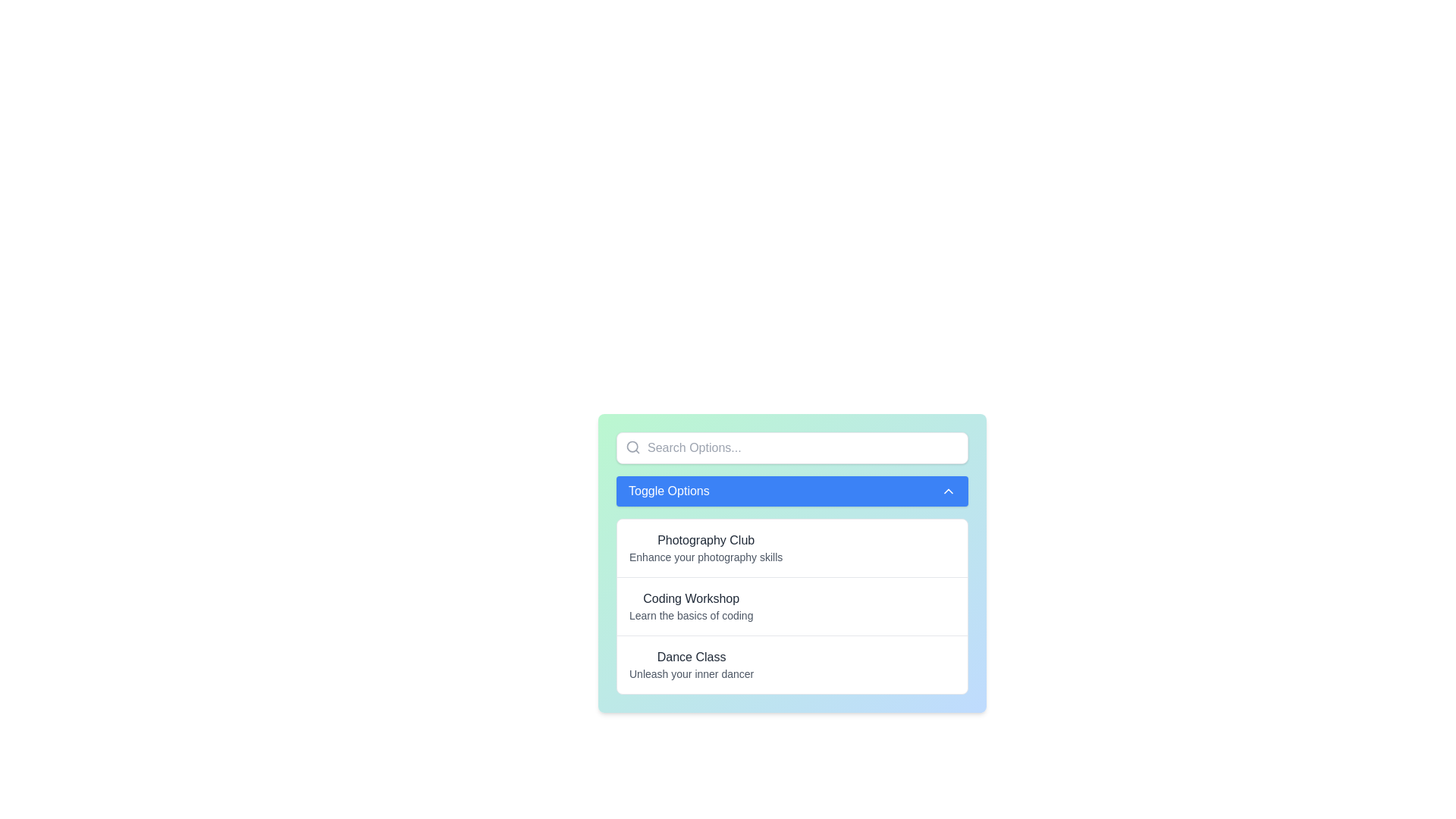 The width and height of the screenshot is (1456, 819). Describe the element at coordinates (792, 491) in the screenshot. I see `the toggle button located directly below the search box to change its background color` at that location.